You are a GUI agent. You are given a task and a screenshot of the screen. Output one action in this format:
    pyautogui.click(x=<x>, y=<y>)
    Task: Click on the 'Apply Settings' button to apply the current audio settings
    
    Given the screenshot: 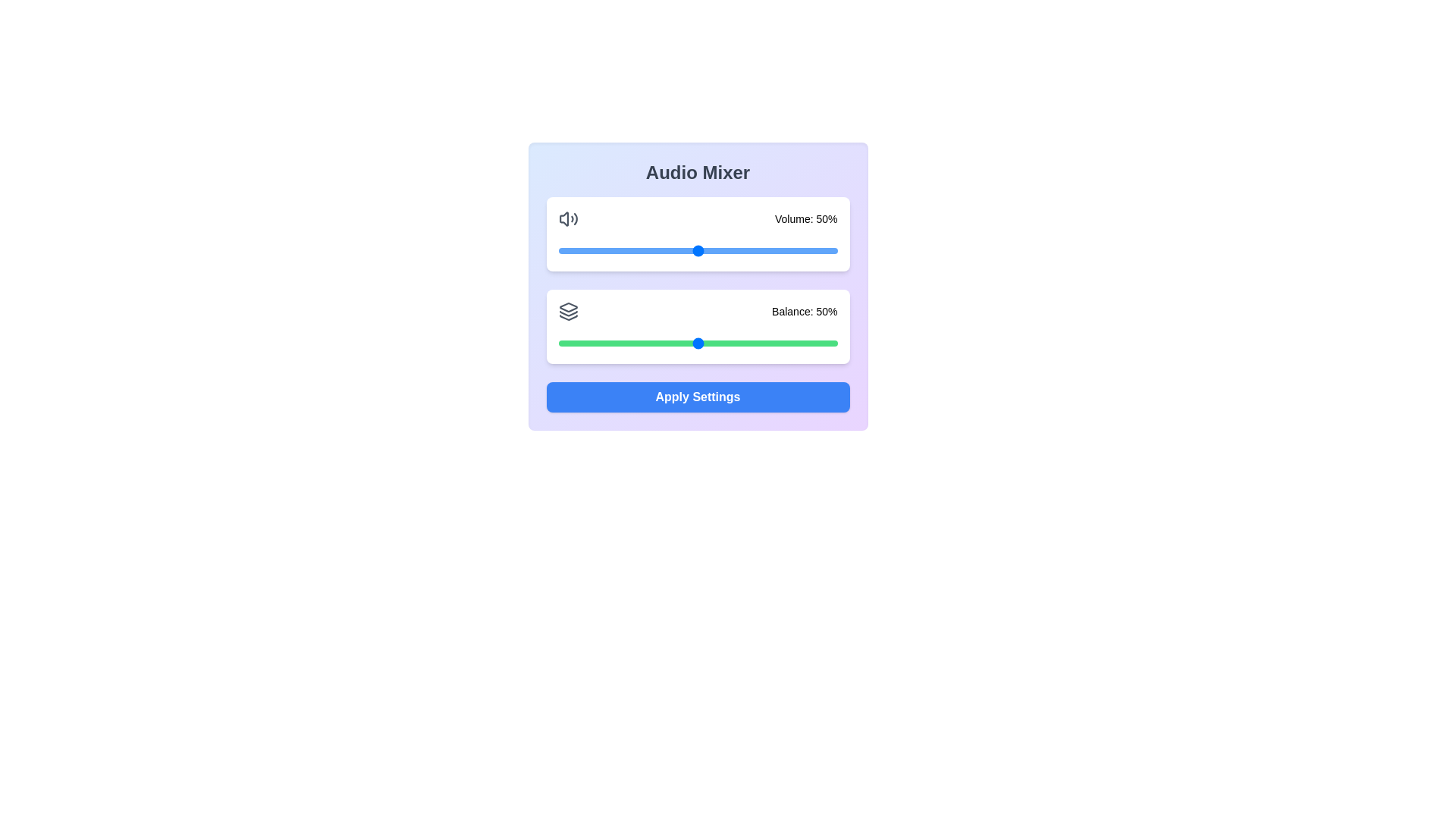 What is the action you would take?
    pyautogui.click(x=697, y=397)
    